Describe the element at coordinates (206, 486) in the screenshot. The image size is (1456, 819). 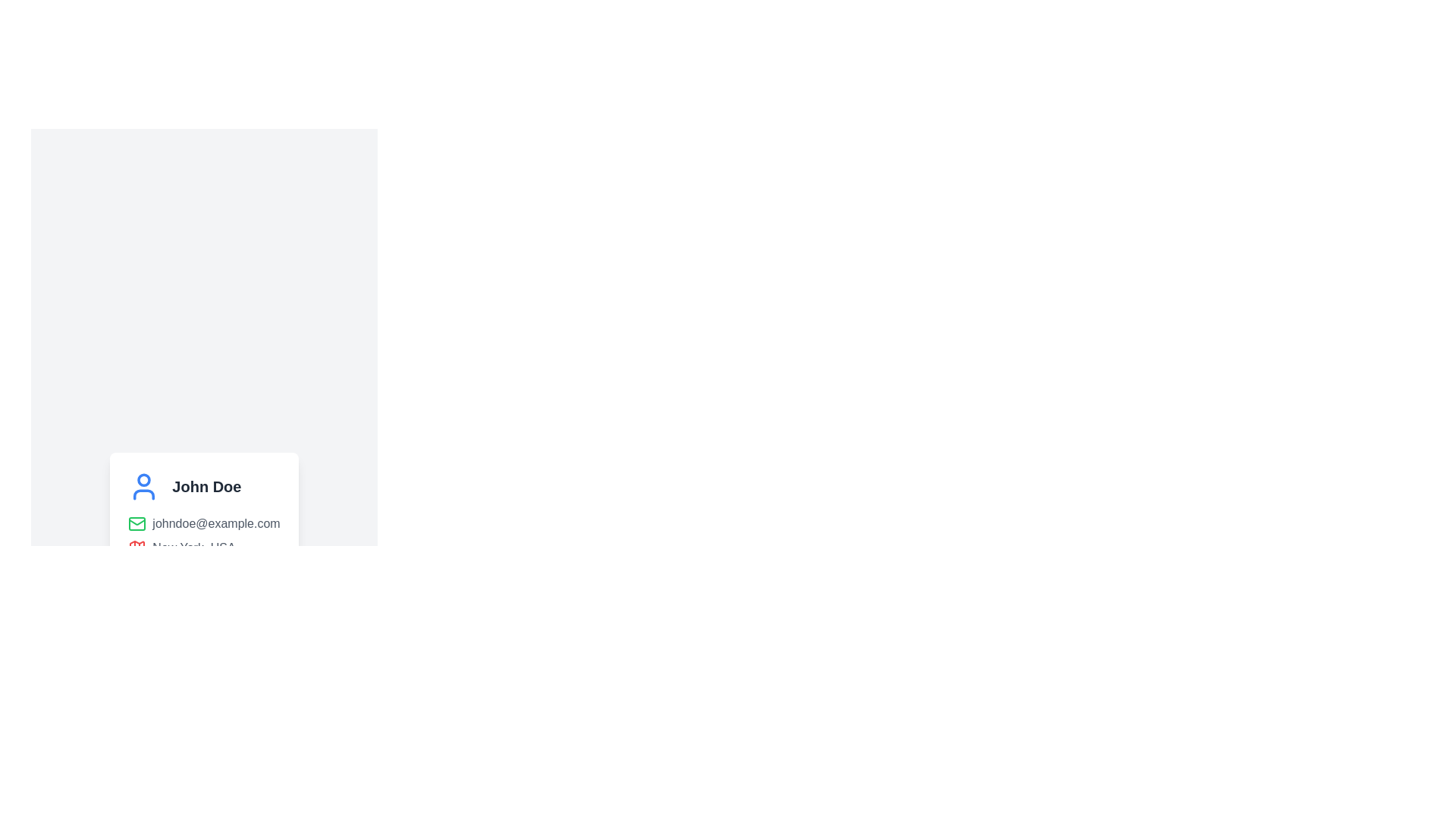
I see `the text label displaying the name 'John Doe', which is positioned to the right of a blue user profile icon in a horizontal layout at the top-left of the card-like component` at that location.